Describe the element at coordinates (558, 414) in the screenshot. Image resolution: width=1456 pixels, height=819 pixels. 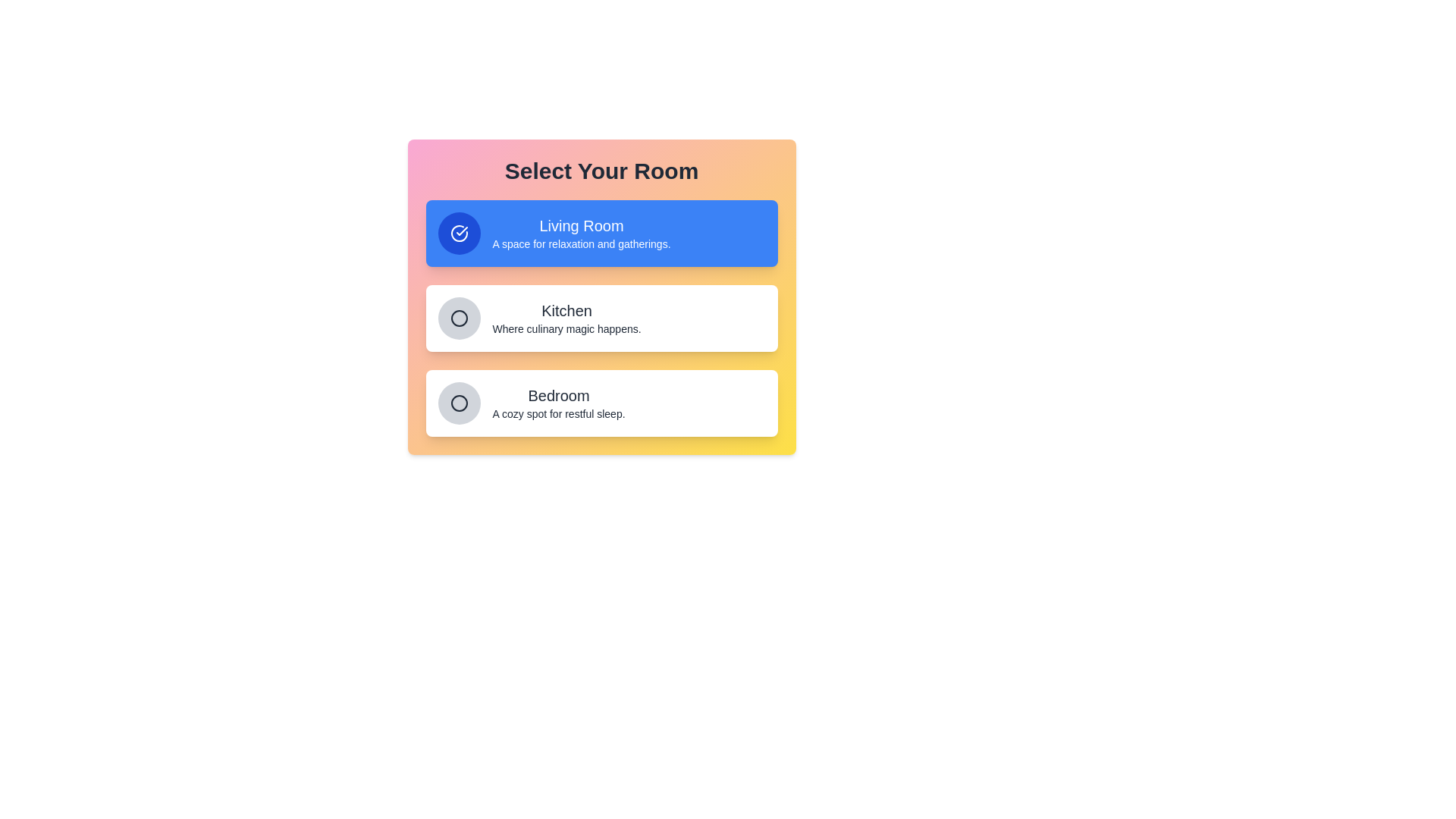
I see `the text label that reads 'A cozy spot for restful sleep.' located beneath the 'Bedroom' label in the interface` at that location.